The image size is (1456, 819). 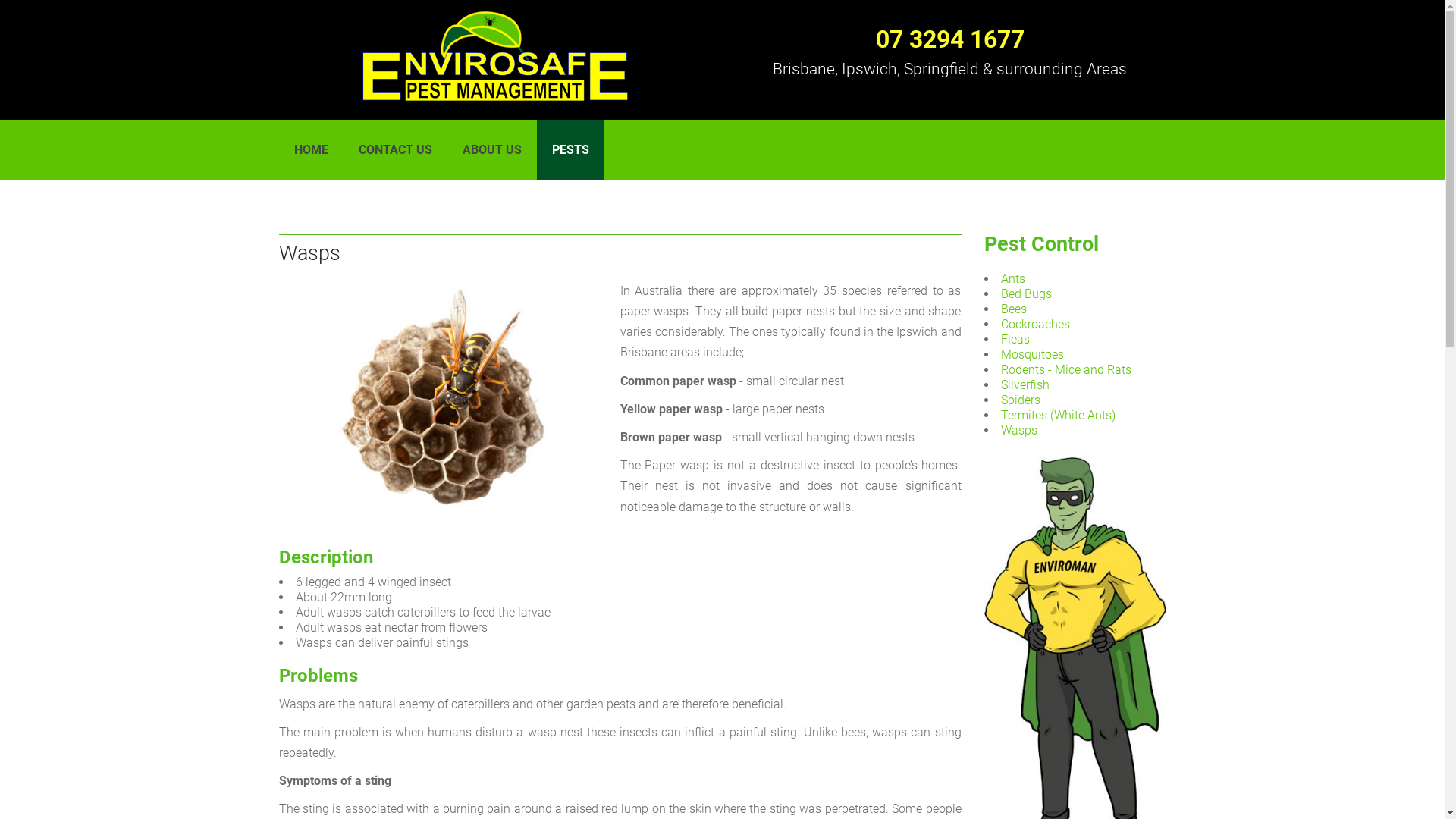 I want to click on 'CONTACT US', so click(x=394, y=149).